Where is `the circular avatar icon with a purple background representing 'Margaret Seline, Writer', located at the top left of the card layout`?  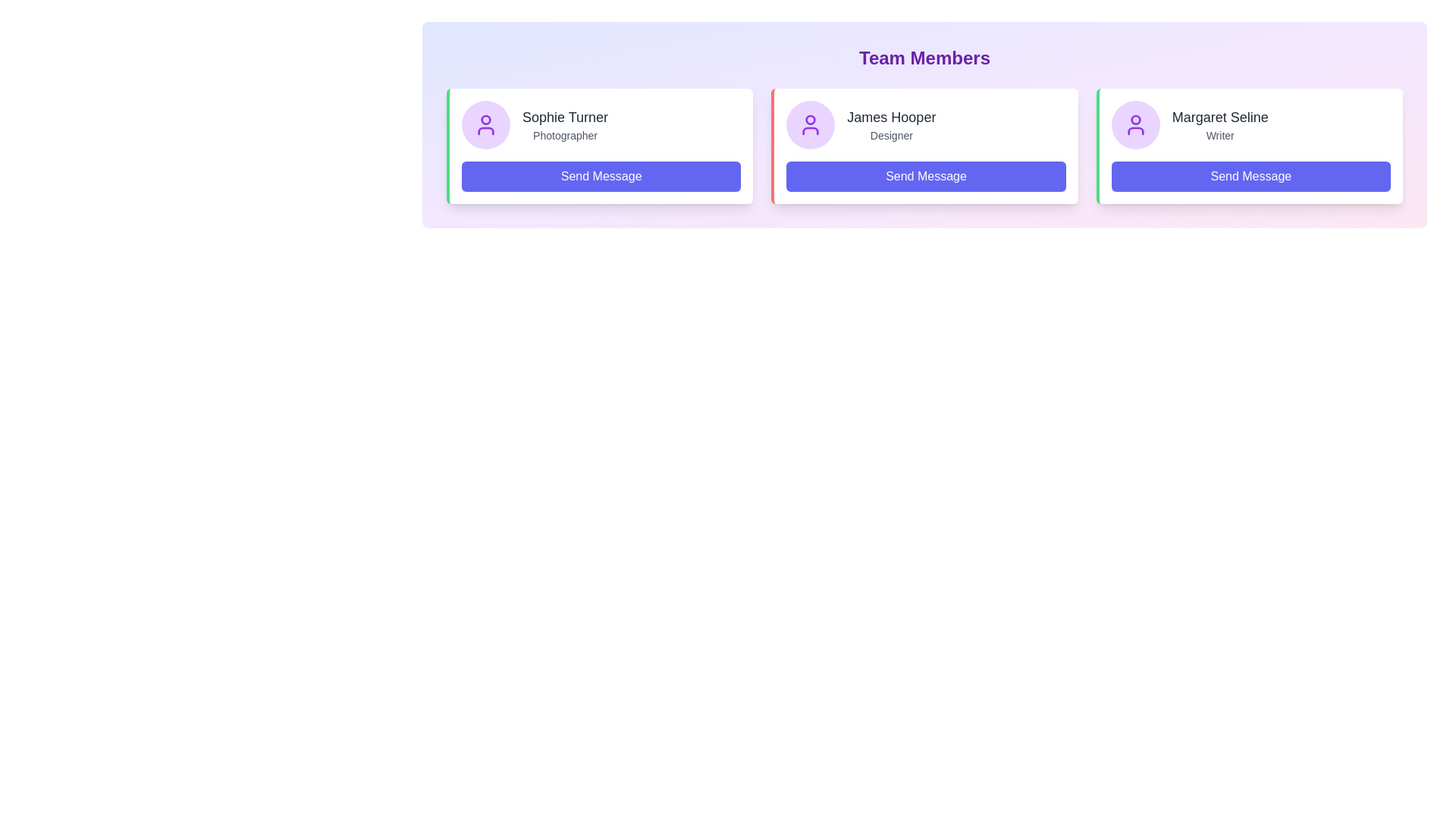
the circular avatar icon with a purple background representing 'Margaret Seline, Writer', located at the top left of the card layout is located at coordinates (1135, 124).